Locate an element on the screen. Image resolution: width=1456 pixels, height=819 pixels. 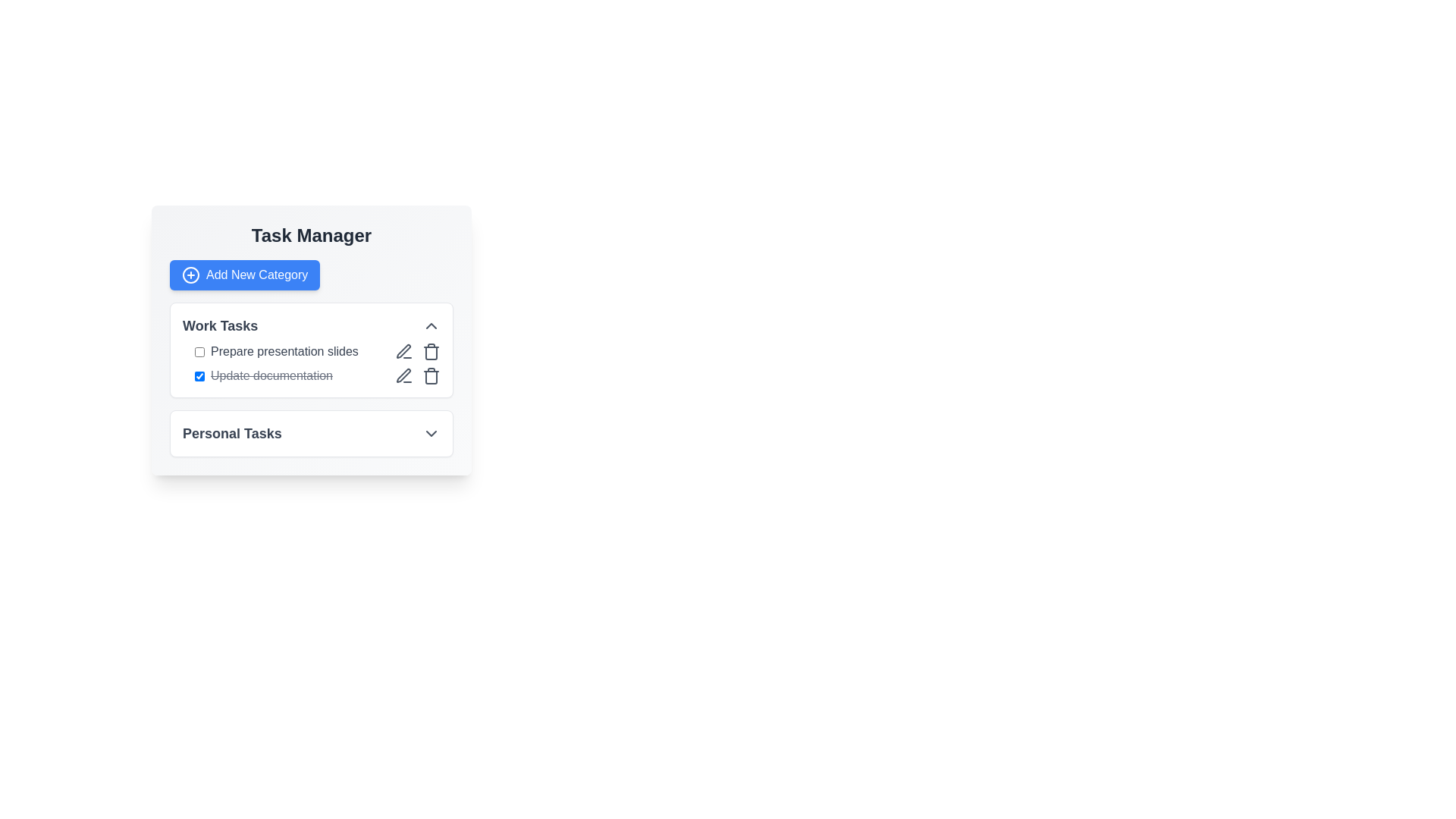
the checkbox located in the 'Work Tasks' section next to the 'Update documentation' task is located at coordinates (199, 375).